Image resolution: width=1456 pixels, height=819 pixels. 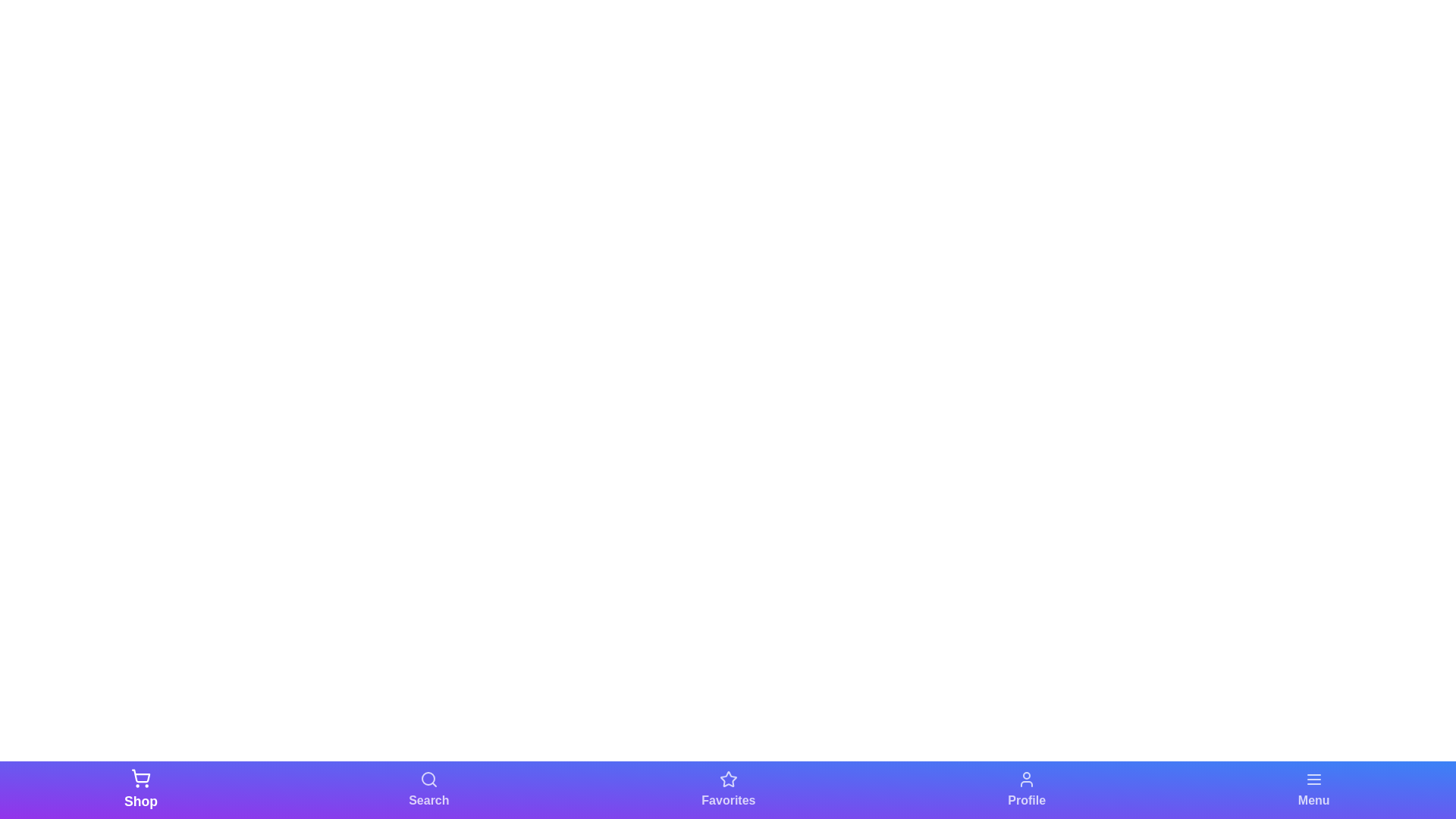 What do you see at coordinates (428, 789) in the screenshot?
I see `the navigation bar icon corresponding to Search` at bounding box center [428, 789].